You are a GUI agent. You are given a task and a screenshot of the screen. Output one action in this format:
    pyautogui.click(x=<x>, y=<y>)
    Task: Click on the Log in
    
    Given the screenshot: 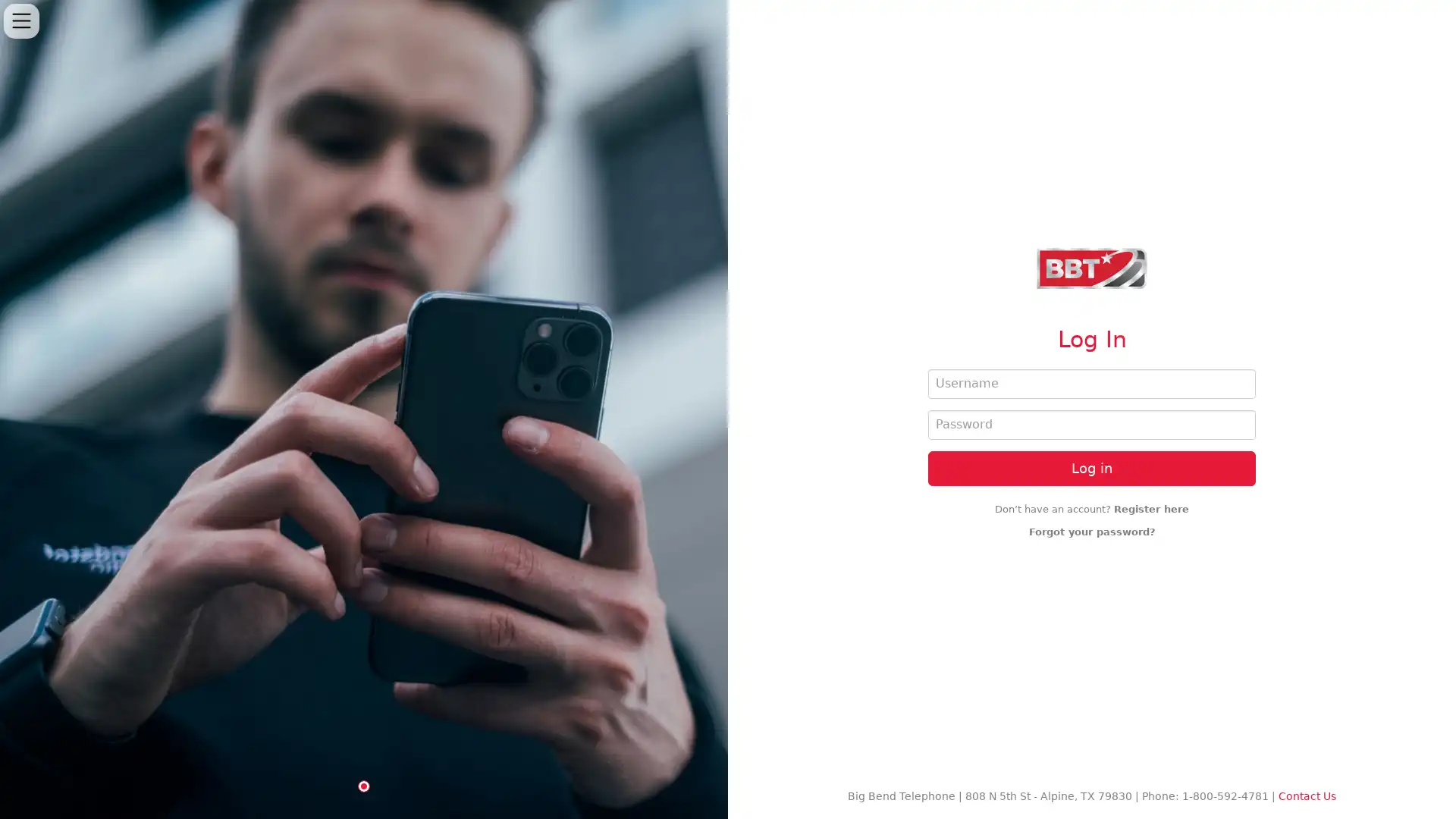 What is the action you would take?
    pyautogui.click(x=1092, y=467)
    